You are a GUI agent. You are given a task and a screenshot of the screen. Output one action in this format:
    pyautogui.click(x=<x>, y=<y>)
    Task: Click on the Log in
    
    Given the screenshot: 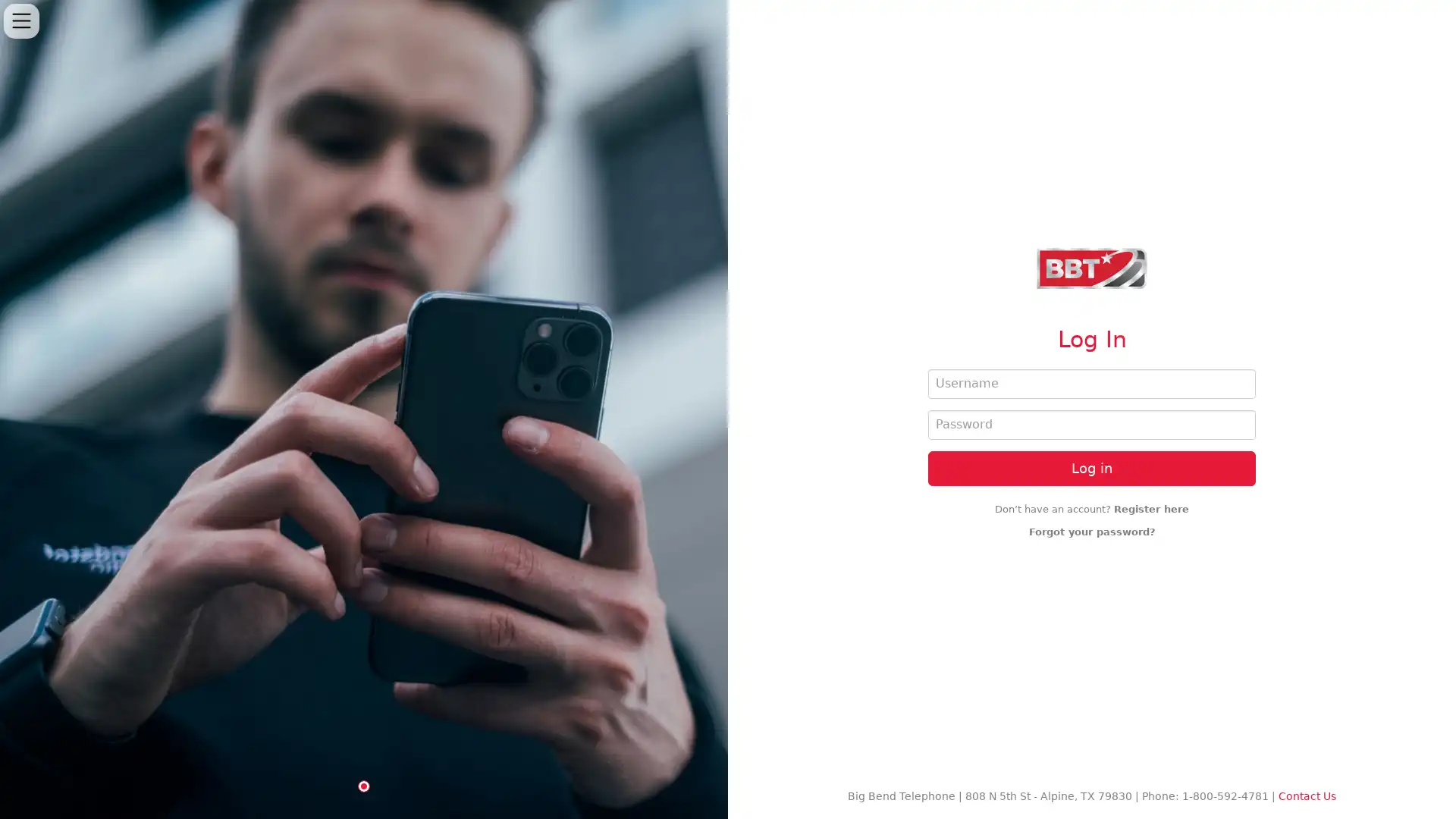 What is the action you would take?
    pyautogui.click(x=1092, y=467)
    